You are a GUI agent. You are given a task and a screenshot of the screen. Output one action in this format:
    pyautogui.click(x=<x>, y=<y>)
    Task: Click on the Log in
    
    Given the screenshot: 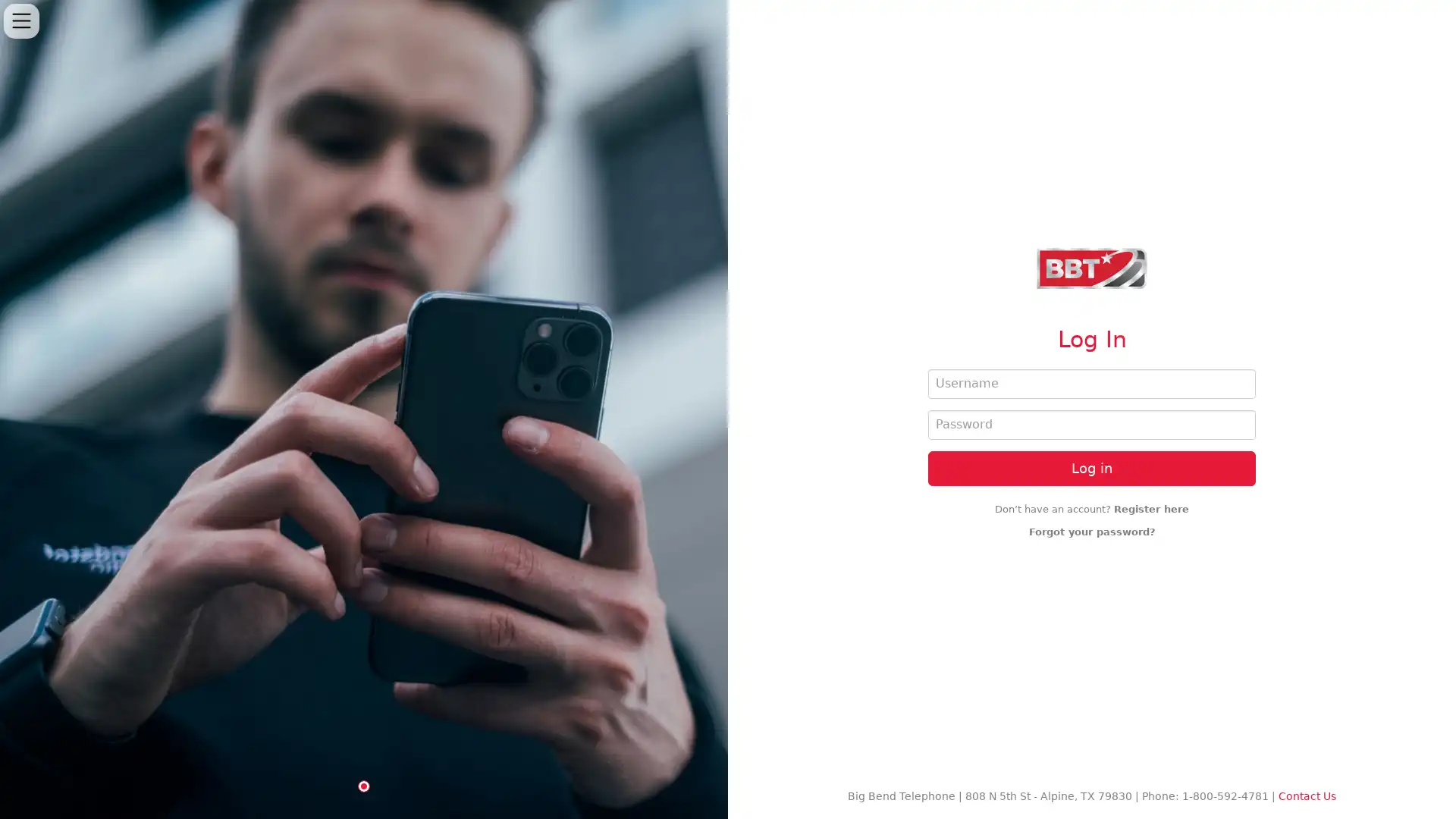 What is the action you would take?
    pyautogui.click(x=1092, y=467)
    